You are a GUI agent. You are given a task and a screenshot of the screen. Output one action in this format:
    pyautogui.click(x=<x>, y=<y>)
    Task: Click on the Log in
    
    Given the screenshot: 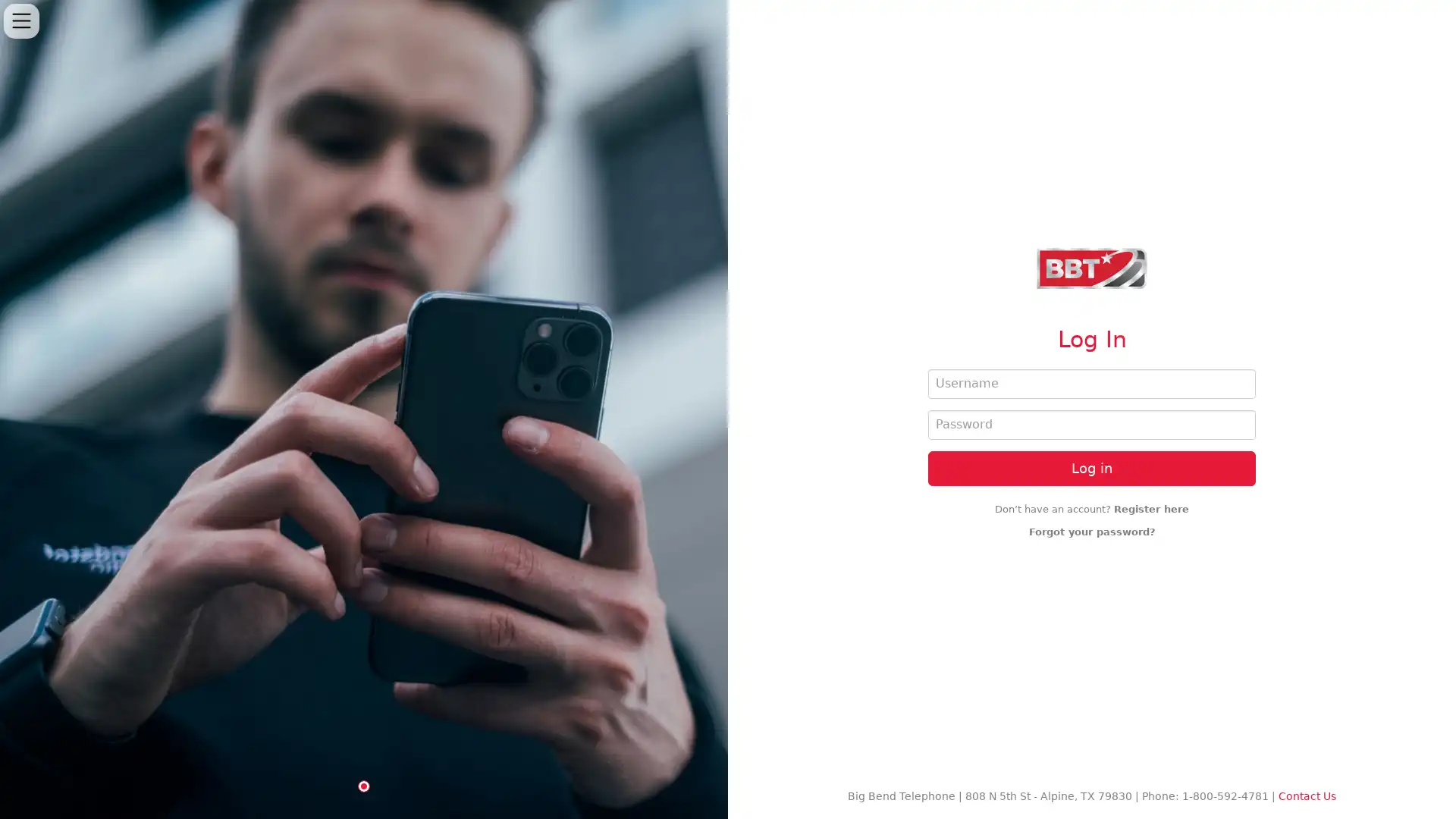 What is the action you would take?
    pyautogui.click(x=1092, y=467)
    